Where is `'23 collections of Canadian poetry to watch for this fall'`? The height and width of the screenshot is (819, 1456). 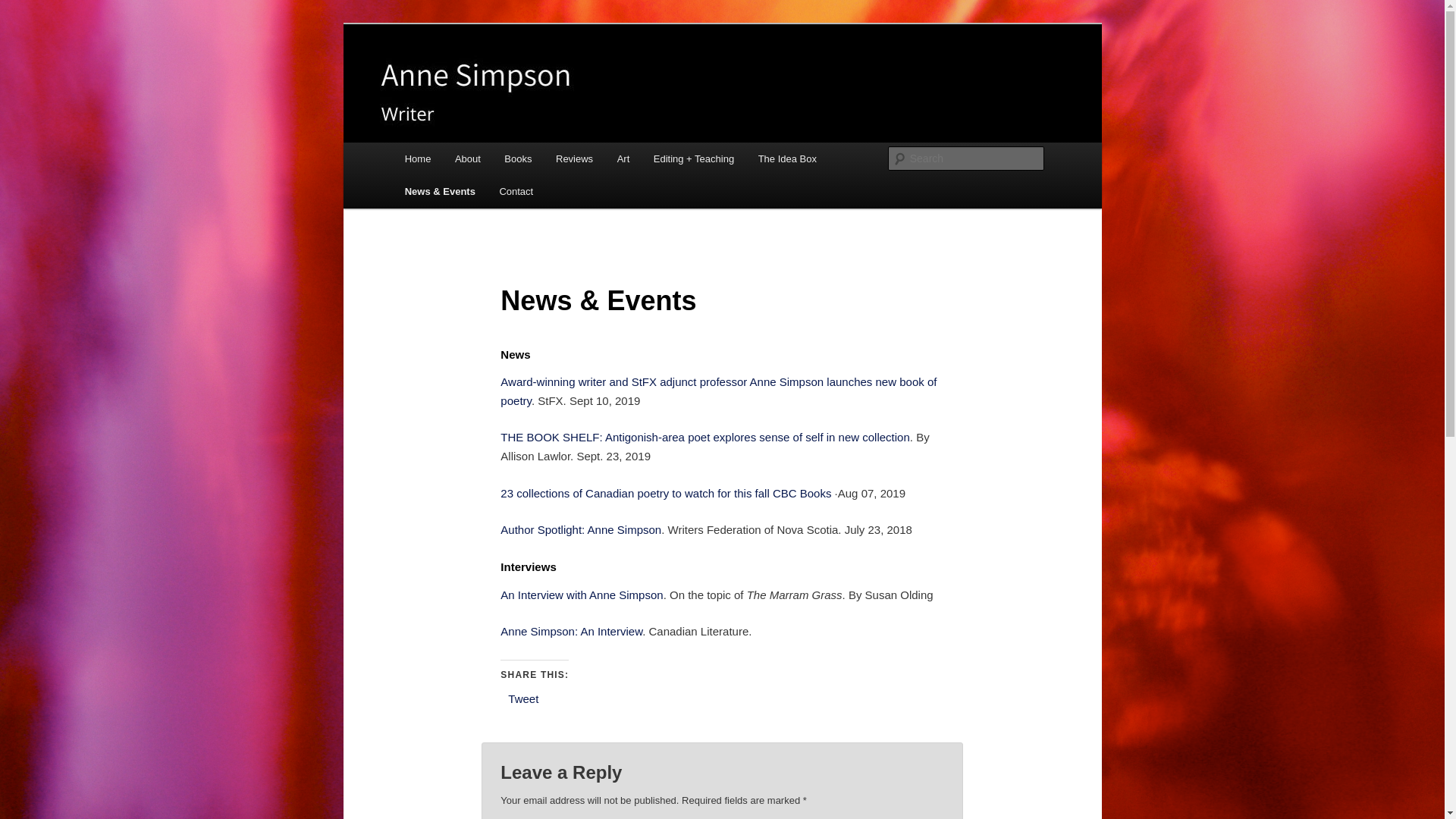
'23 collections of Canadian poetry to watch for this fall' is located at coordinates (634, 493).